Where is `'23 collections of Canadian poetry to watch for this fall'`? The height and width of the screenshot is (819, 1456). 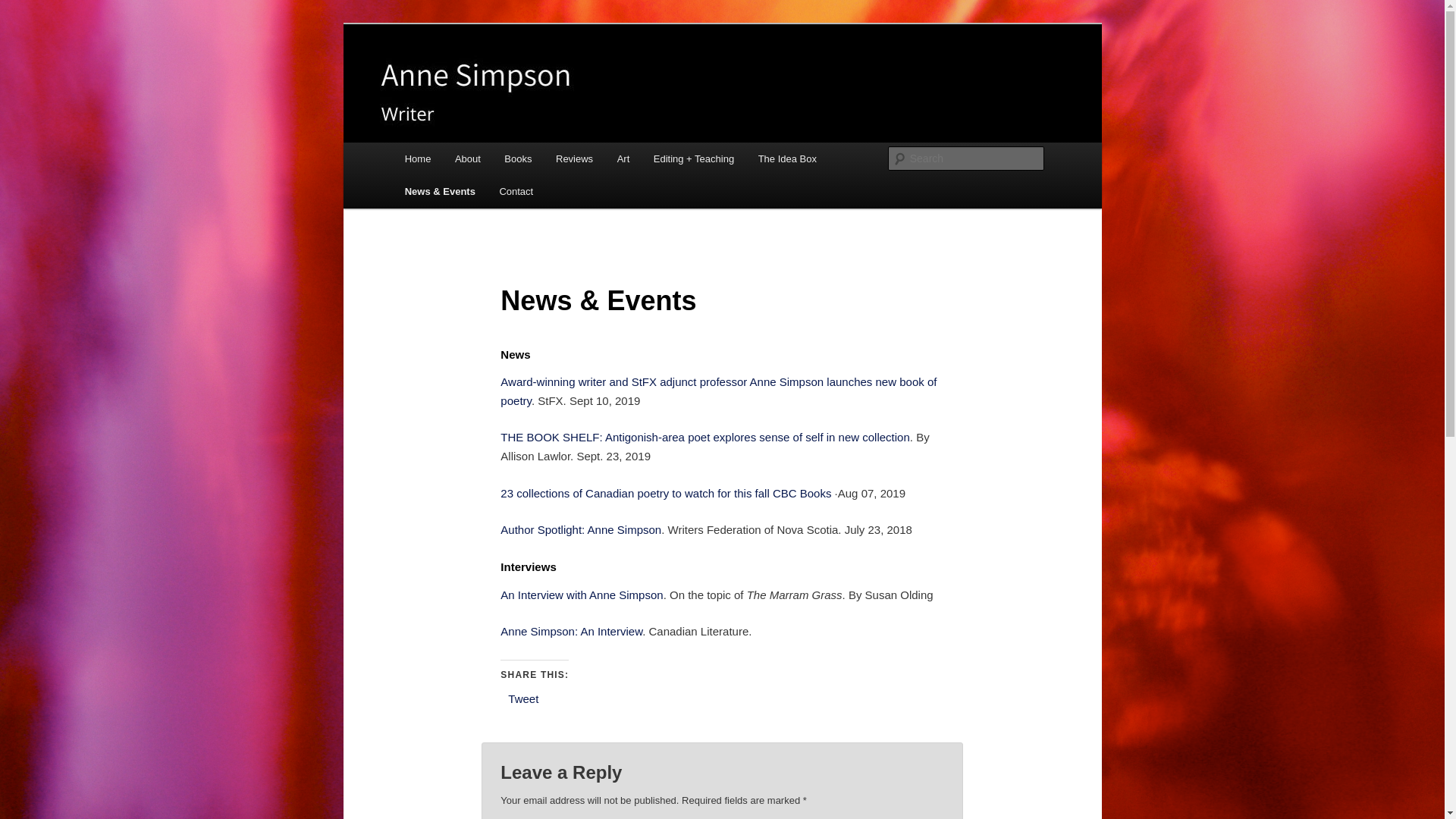
'23 collections of Canadian poetry to watch for this fall' is located at coordinates (634, 493).